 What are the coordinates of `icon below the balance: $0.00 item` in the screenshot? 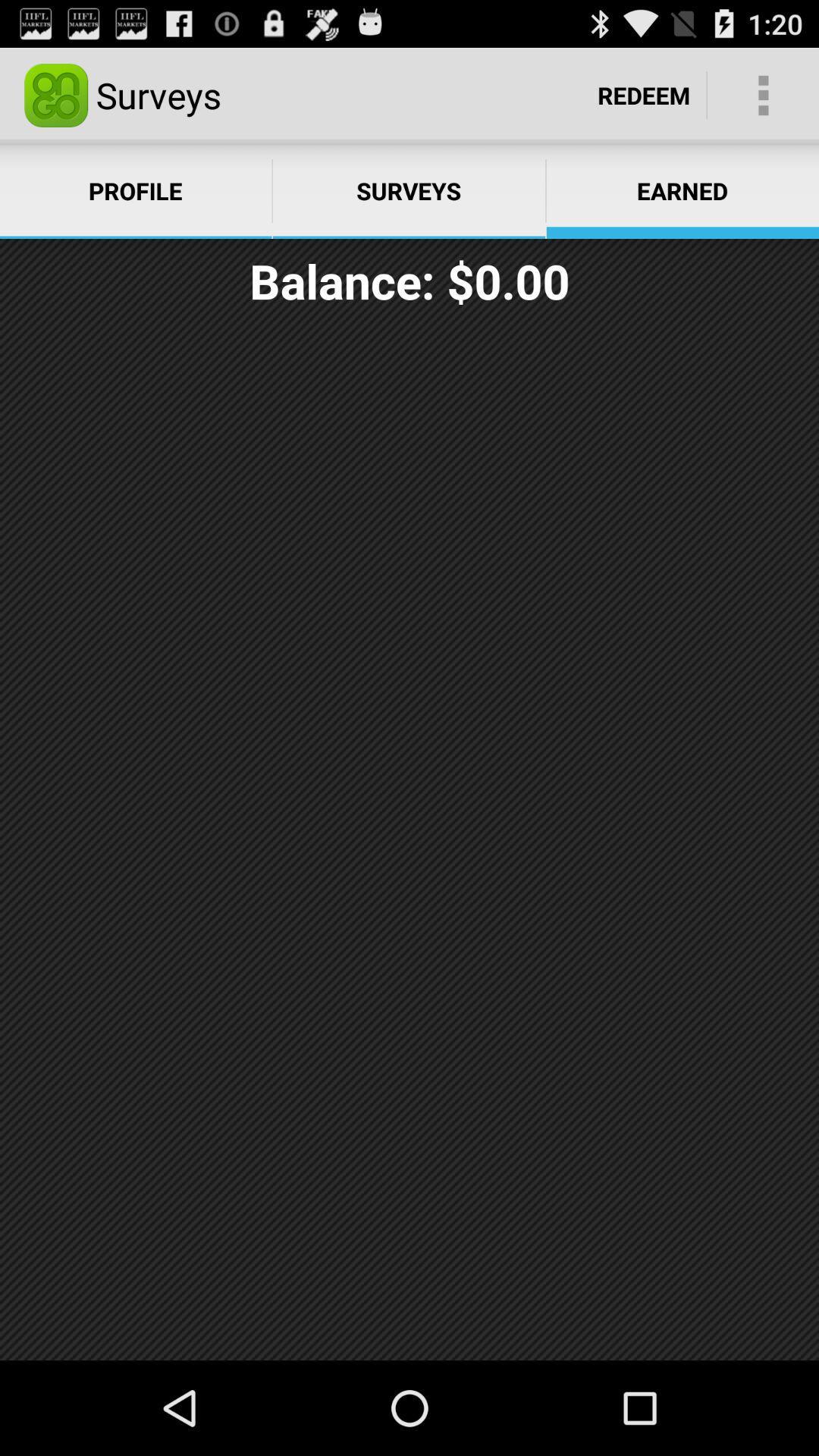 It's located at (409, 840).